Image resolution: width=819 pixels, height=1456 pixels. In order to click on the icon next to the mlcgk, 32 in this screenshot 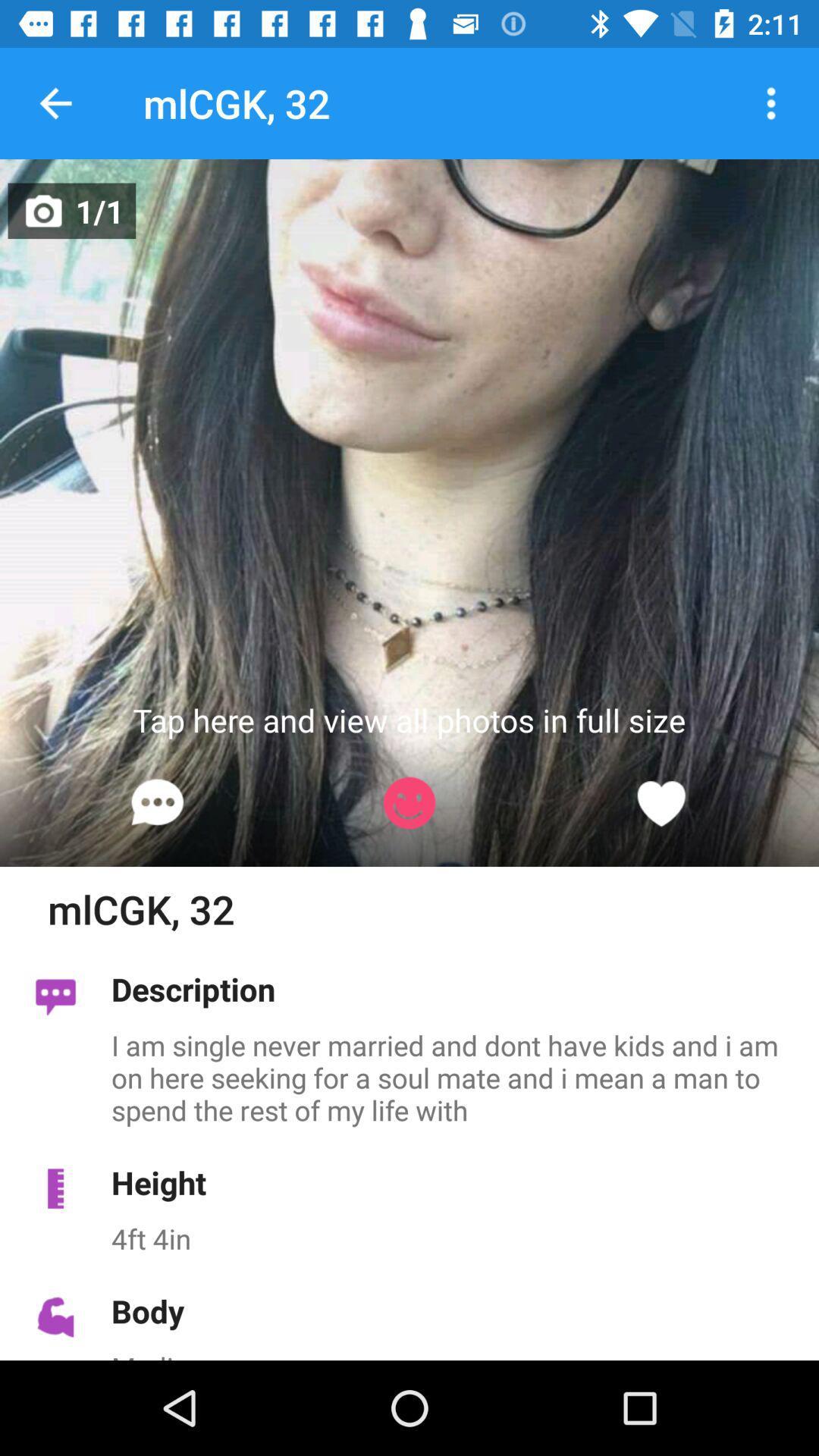, I will do `click(55, 102)`.